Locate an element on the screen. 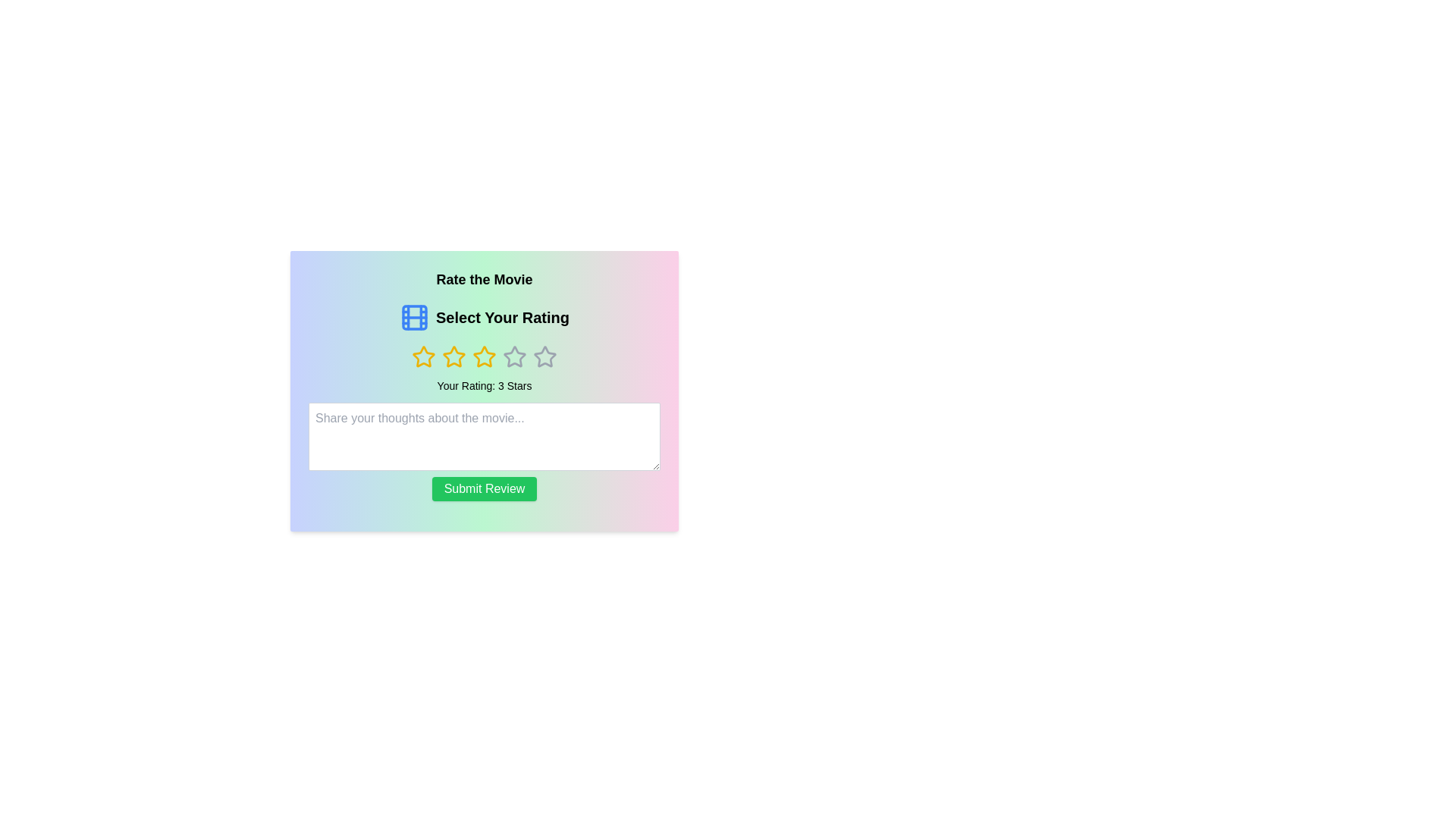 Image resolution: width=1456 pixels, height=819 pixels. the central light blue rectangle with rounded corners within the SVG film strip design, located near the text 'Select Your Rating.' is located at coordinates (415, 317).